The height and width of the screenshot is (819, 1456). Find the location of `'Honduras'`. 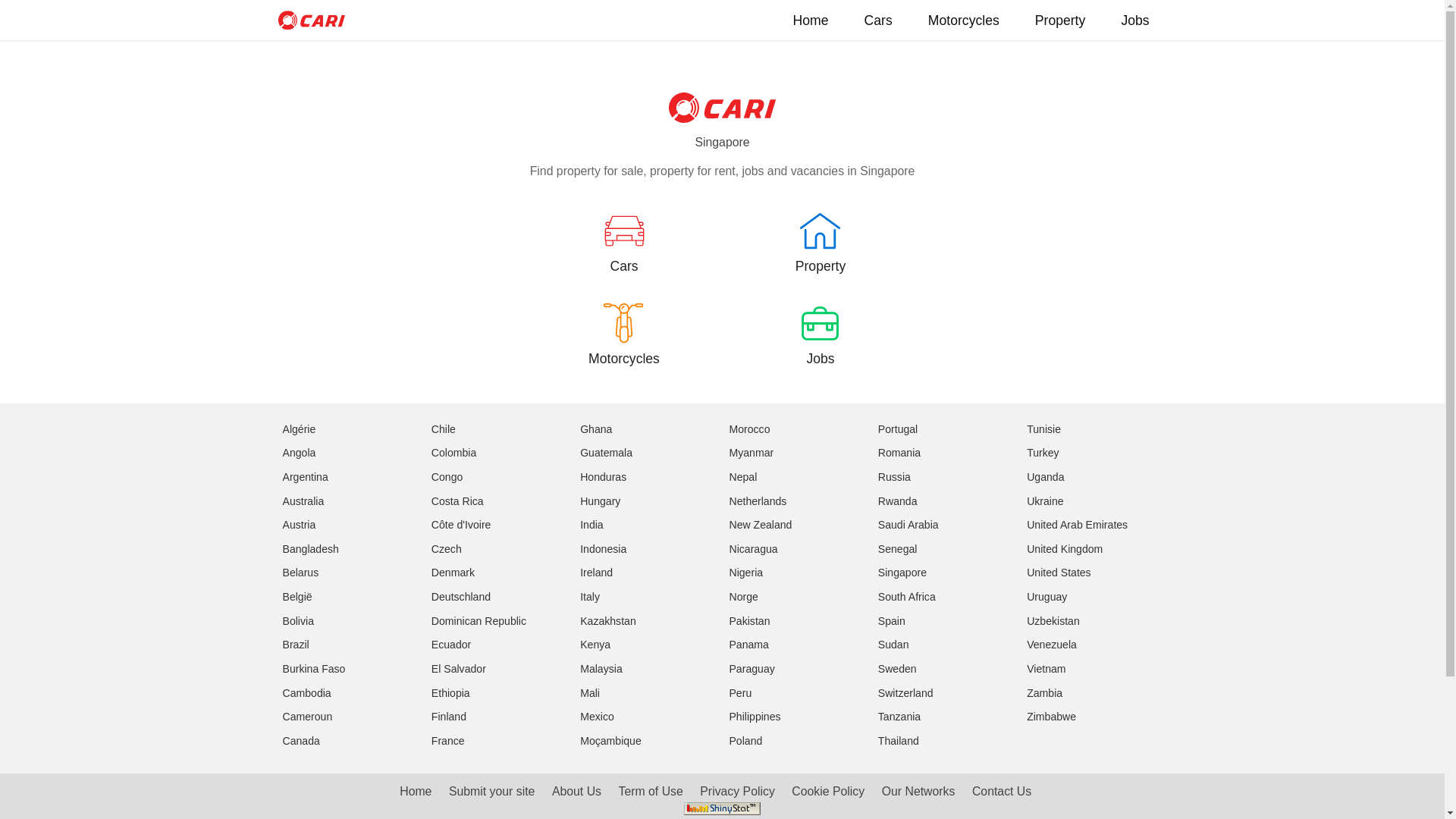

'Honduras' is located at coordinates (602, 475).